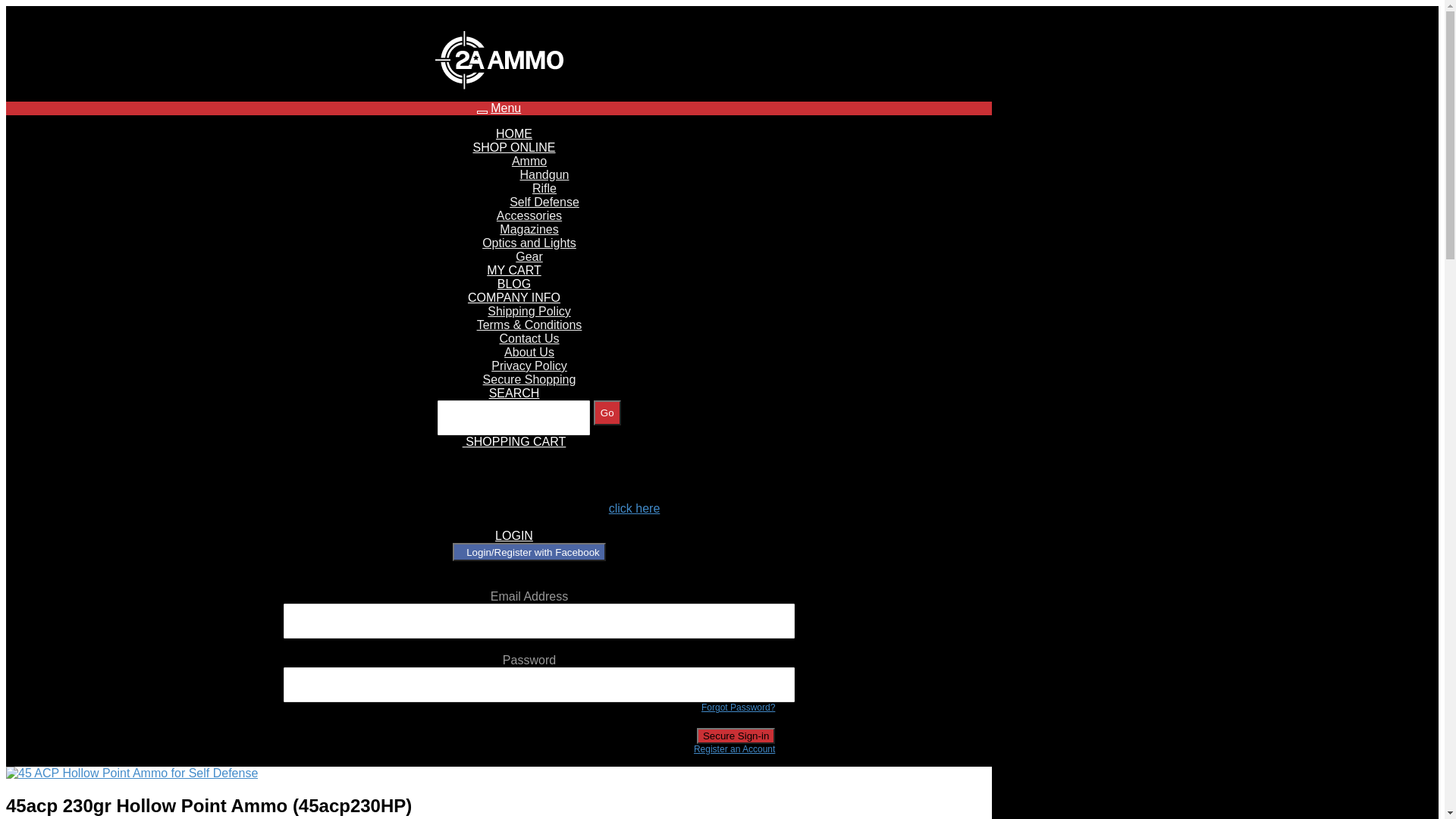 This screenshot has height=819, width=1456. Describe the element at coordinates (513, 133) in the screenshot. I see `'HOME'` at that location.